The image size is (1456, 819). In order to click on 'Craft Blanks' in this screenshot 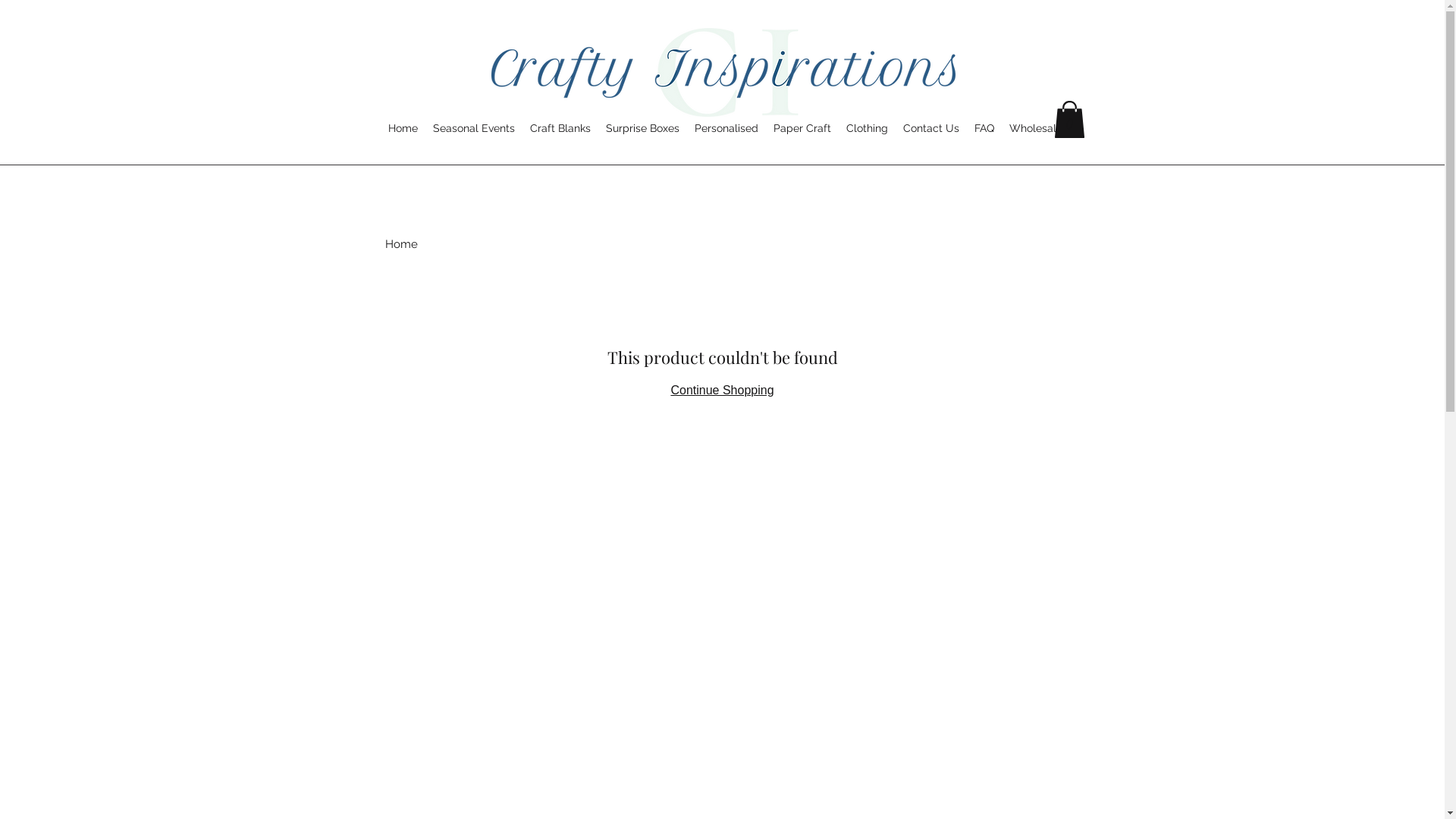, I will do `click(522, 127)`.